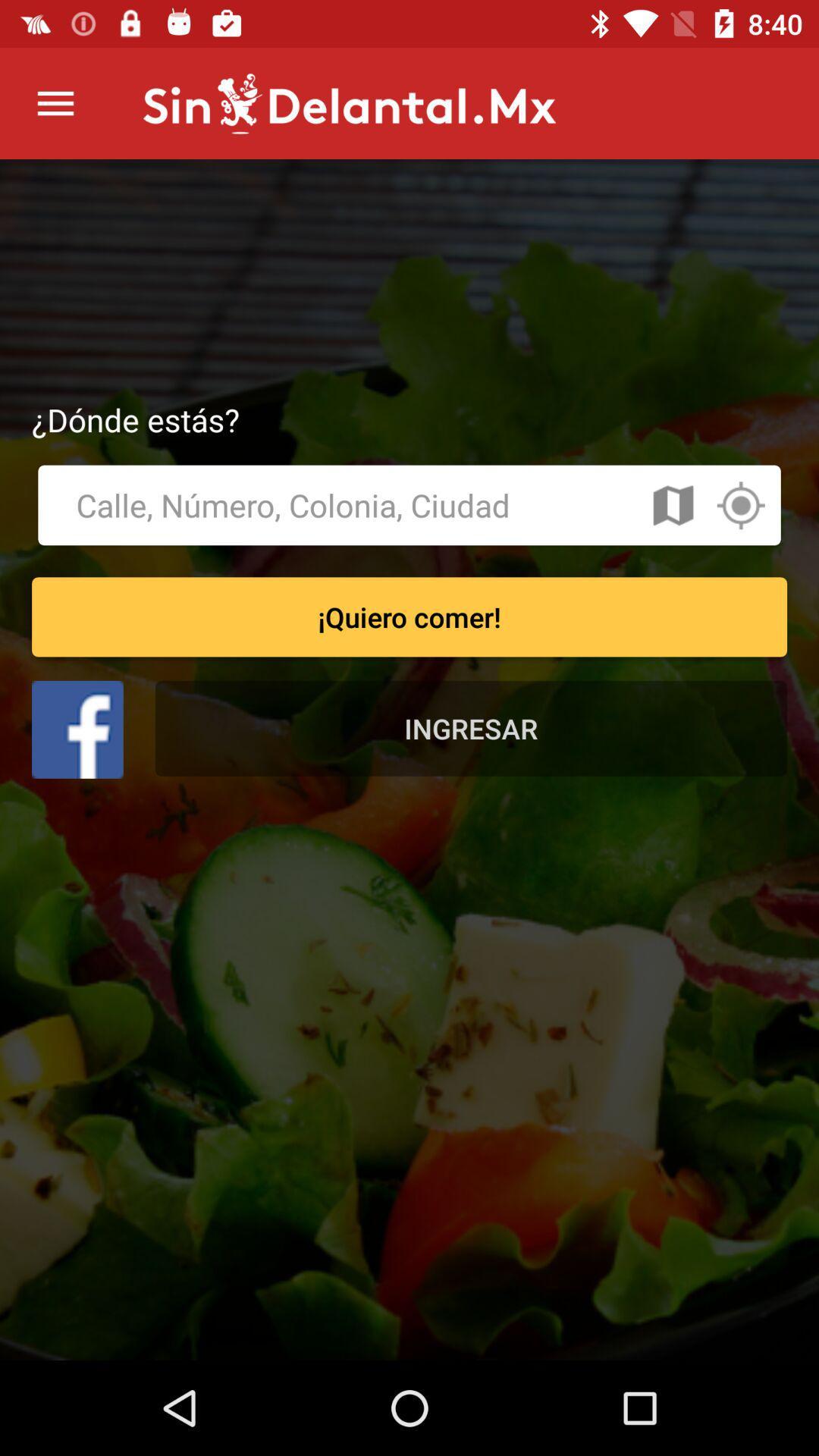 The width and height of the screenshot is (819, 1456). Describe the element at coordinates (77, 730) in the screenshot. I see `open facebook` at that location.